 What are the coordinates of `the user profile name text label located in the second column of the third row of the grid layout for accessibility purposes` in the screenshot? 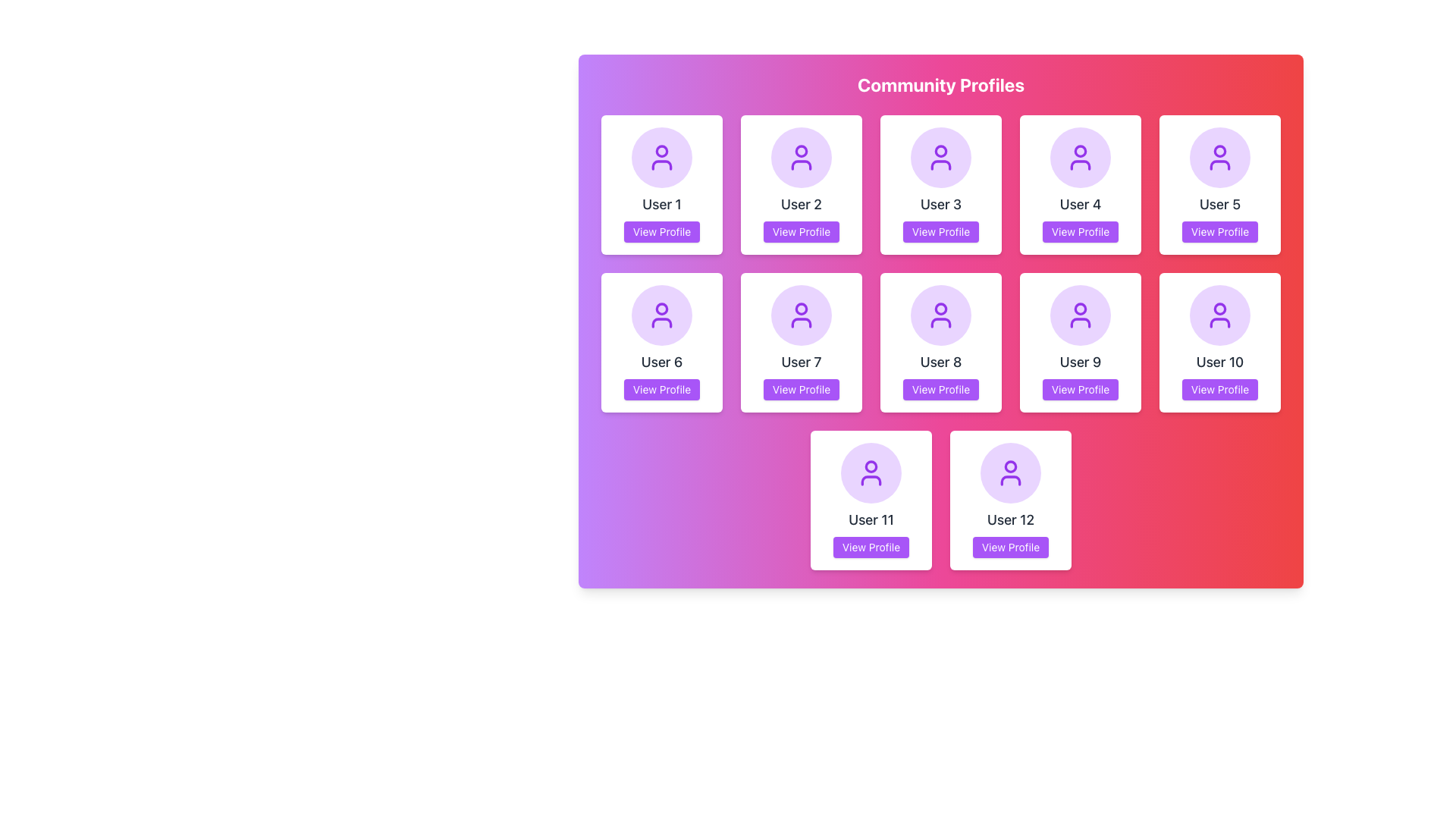 It's located at (1219, 362).